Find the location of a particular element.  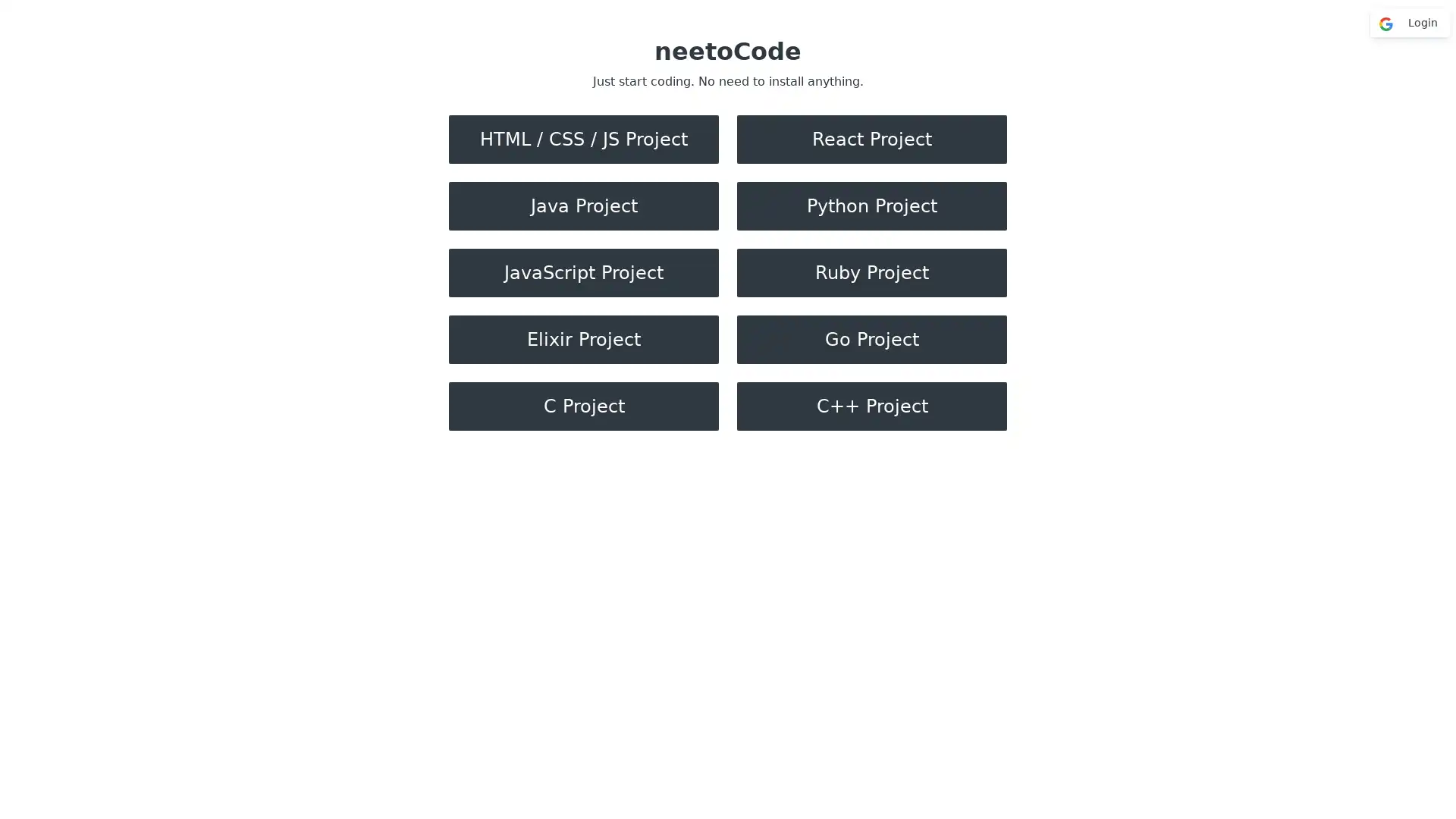

Python Project is located at coordinates (872, 206).